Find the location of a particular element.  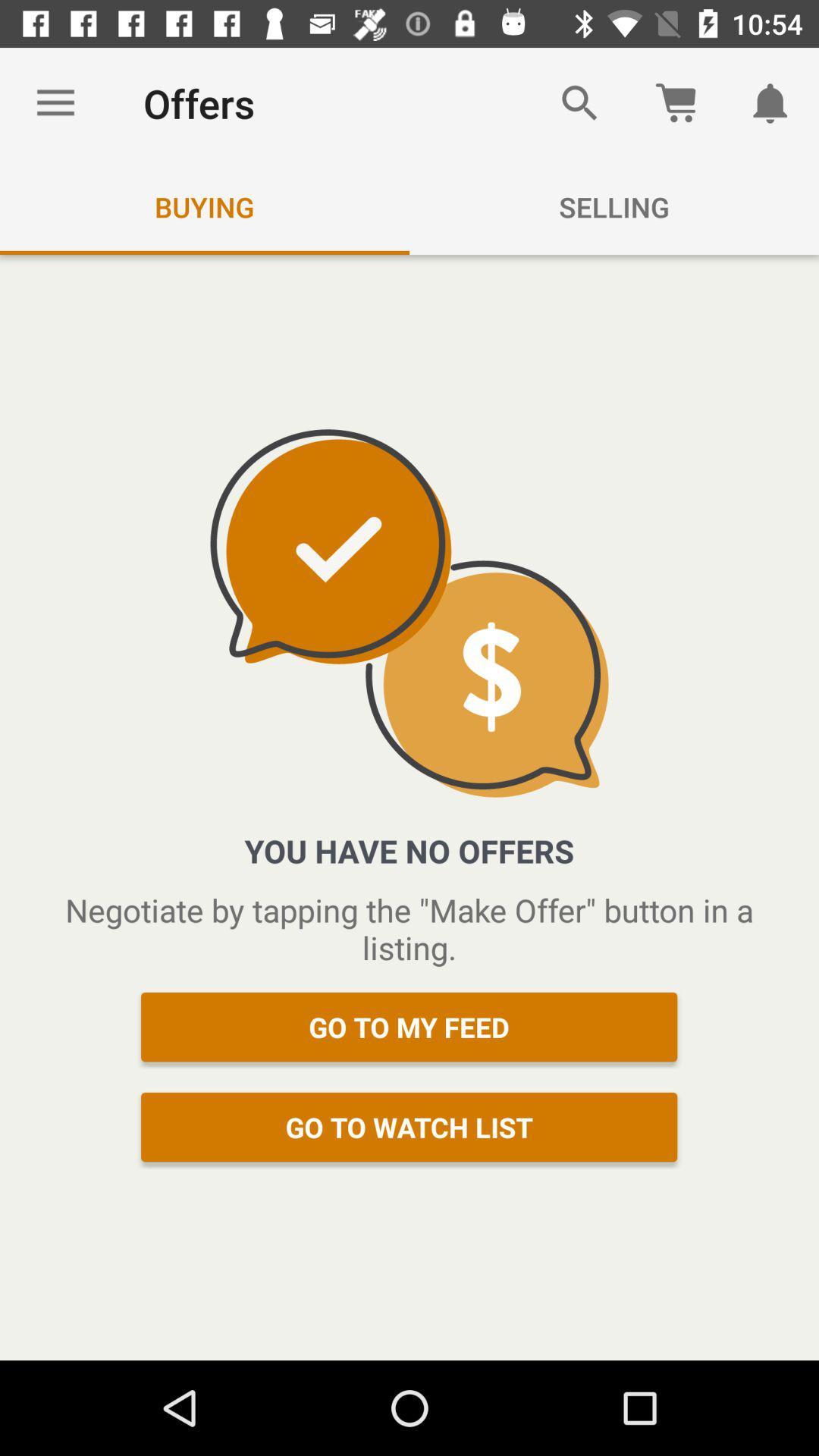

the item next to the offers is located at coordinates (579, 102).